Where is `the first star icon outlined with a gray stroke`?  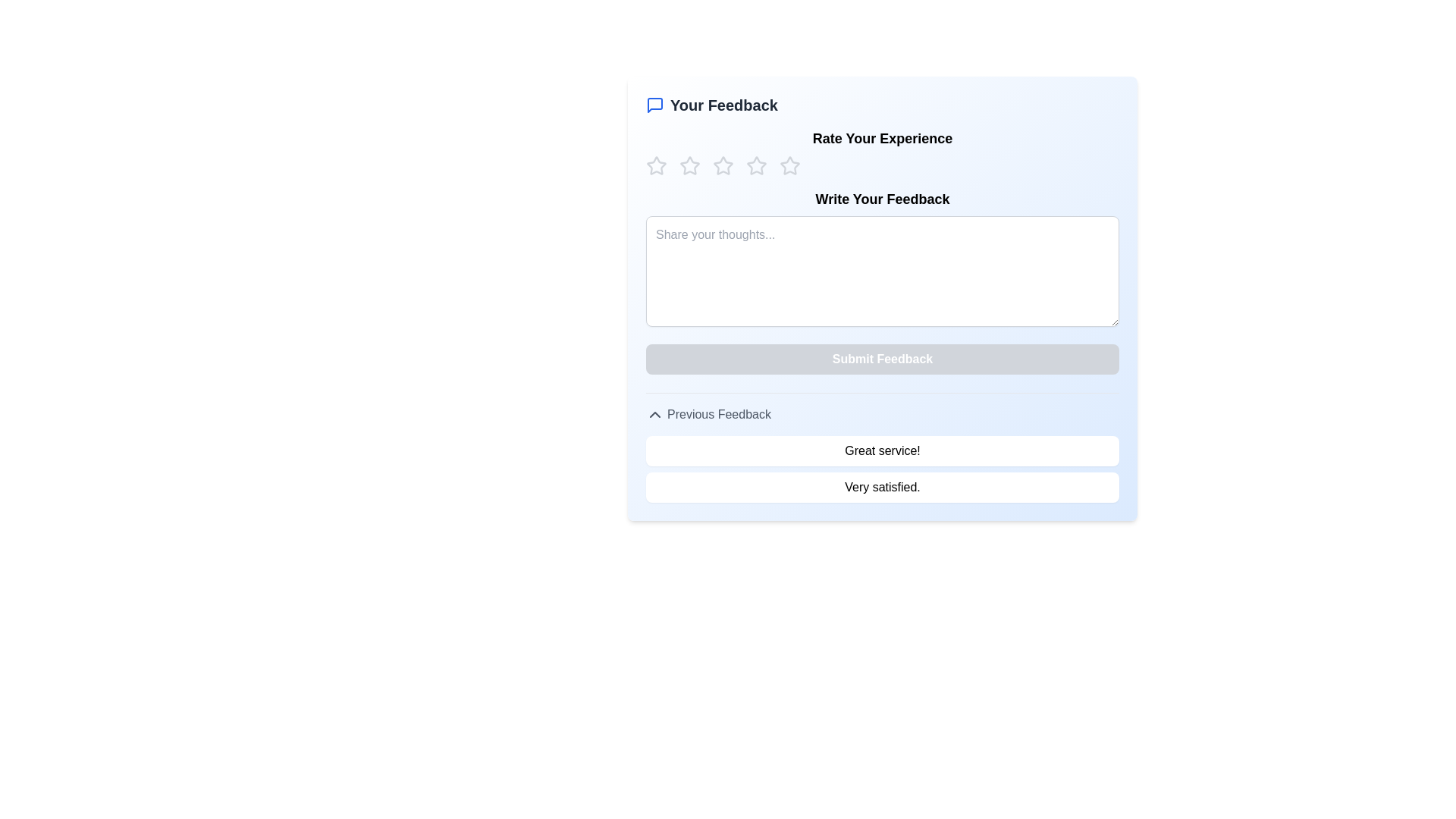 the first star icon outlined with a gray stroke is located at coordinates (656, 166).